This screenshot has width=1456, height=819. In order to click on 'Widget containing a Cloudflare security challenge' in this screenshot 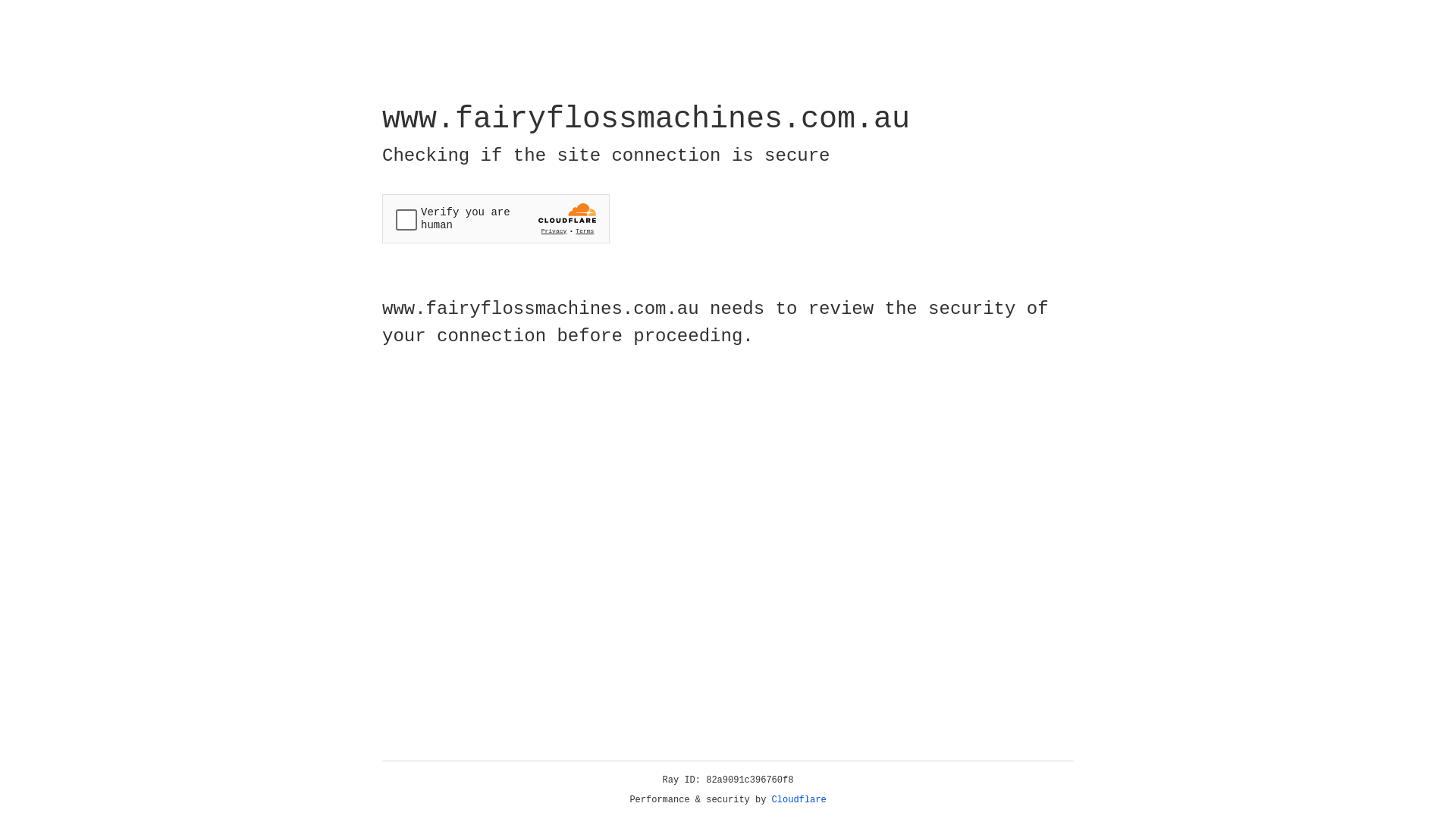, I will do `click(495, 218)`.